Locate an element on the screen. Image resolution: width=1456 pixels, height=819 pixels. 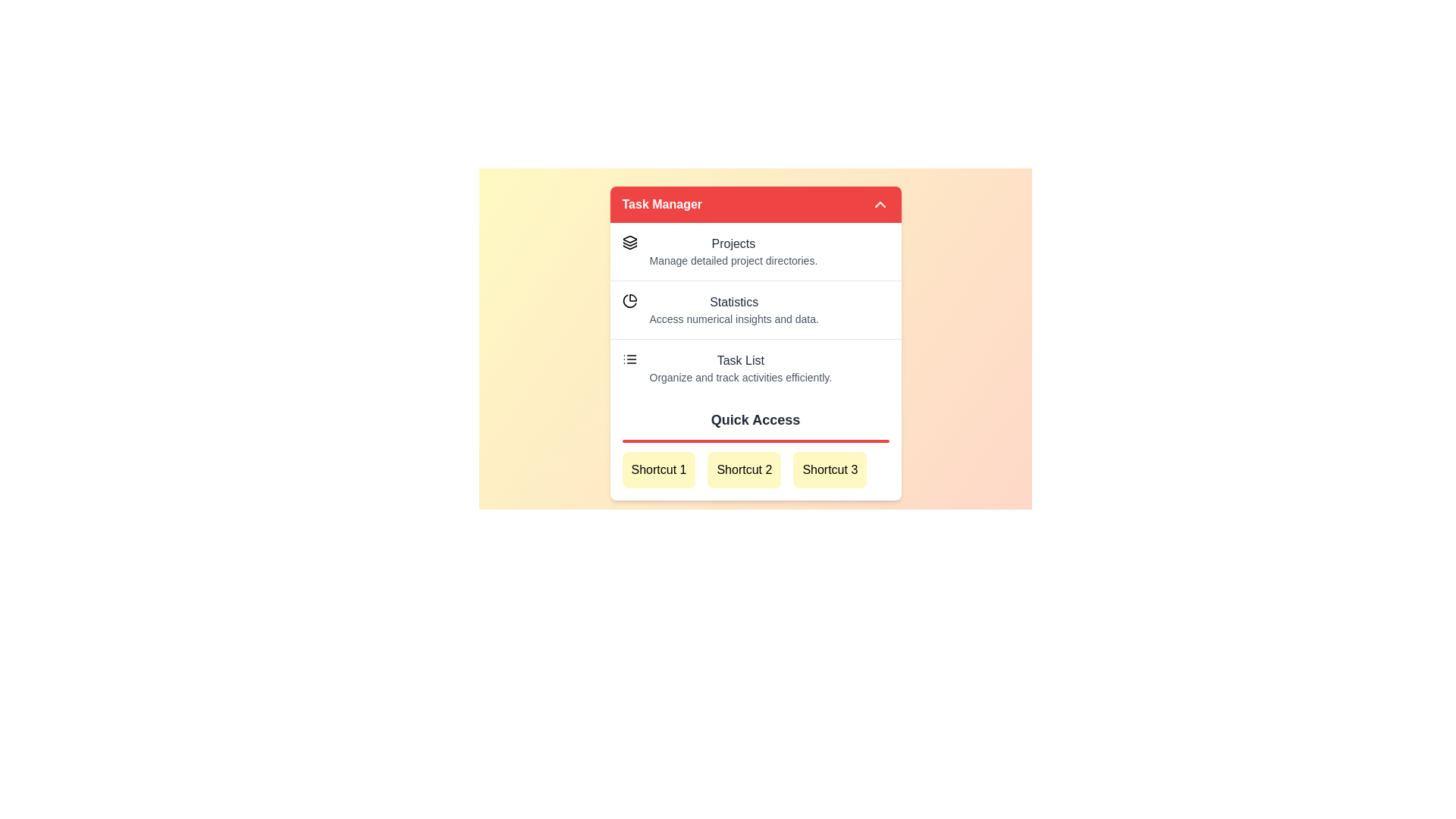
the menu item Projects from the list is located at coordinates (755, 250).